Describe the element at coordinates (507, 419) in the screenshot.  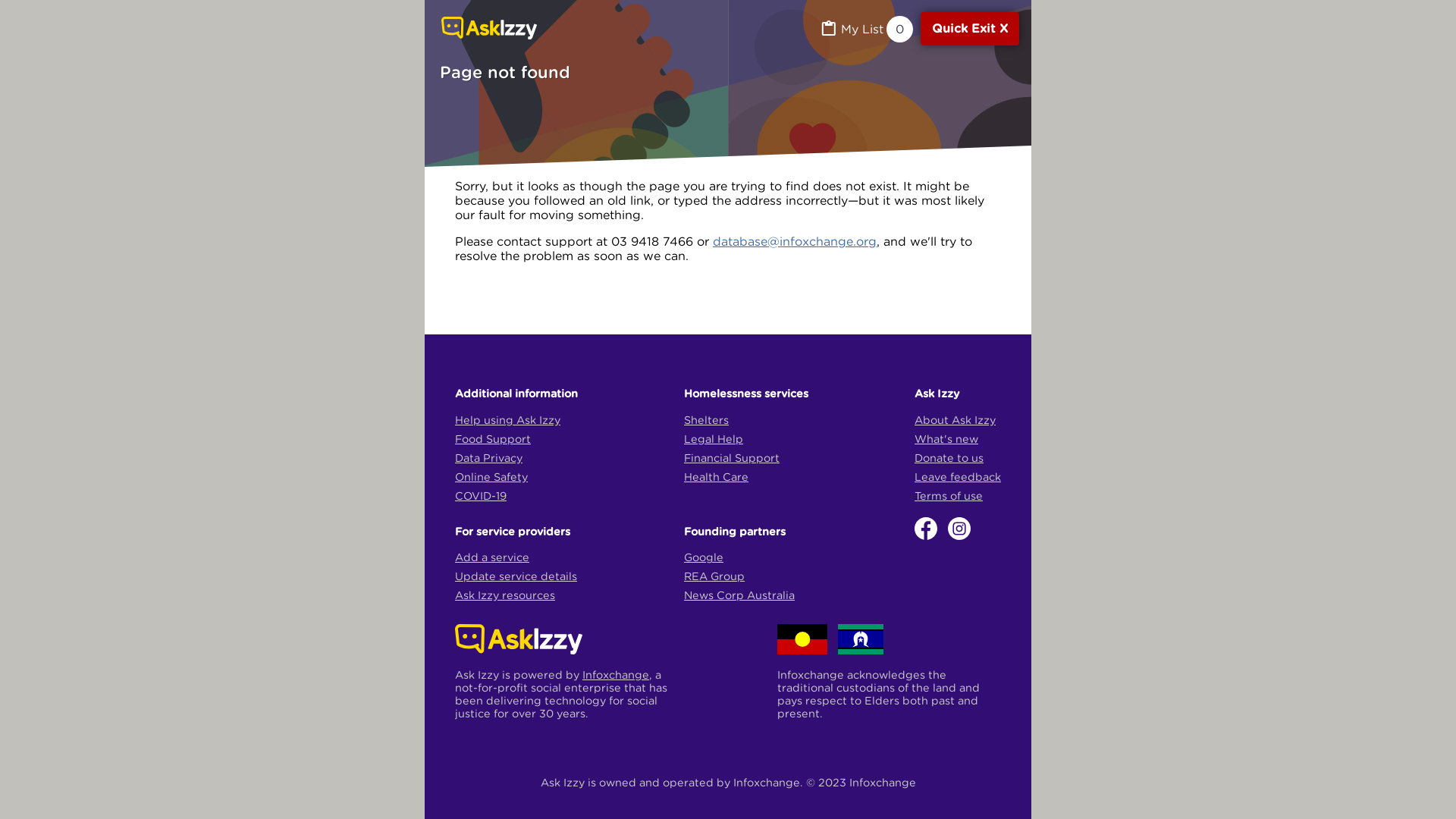
I see `'Help using Ask Izzy'` at that location.